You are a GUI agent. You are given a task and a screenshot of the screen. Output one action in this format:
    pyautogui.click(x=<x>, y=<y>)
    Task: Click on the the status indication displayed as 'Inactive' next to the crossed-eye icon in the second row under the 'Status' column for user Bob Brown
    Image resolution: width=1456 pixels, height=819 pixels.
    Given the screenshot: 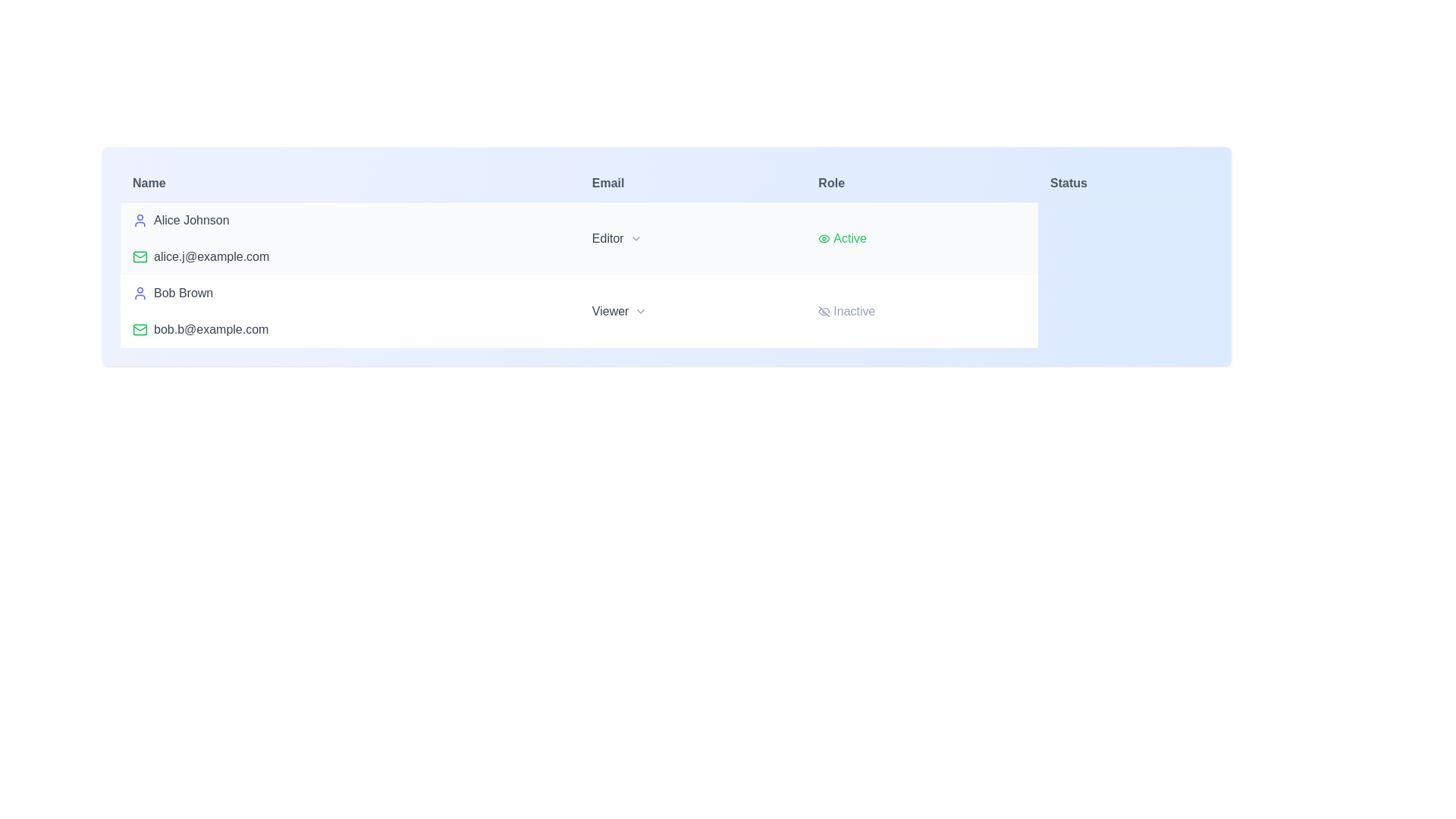 What is the action you would take?
    pyautogui.click(x=921, y=311)
    